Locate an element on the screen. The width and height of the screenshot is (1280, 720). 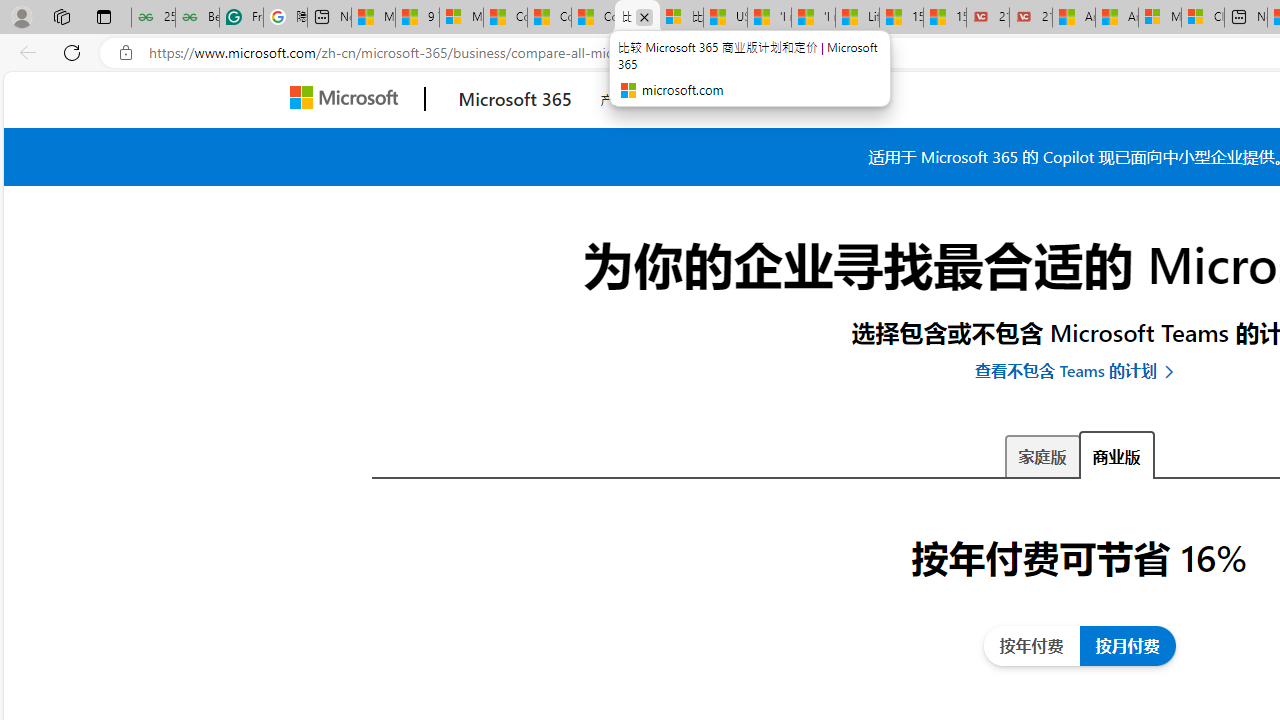
'15 Ways Modern Life Contradicts the Teachings of Jesus' is located at coordinates (944, 17).